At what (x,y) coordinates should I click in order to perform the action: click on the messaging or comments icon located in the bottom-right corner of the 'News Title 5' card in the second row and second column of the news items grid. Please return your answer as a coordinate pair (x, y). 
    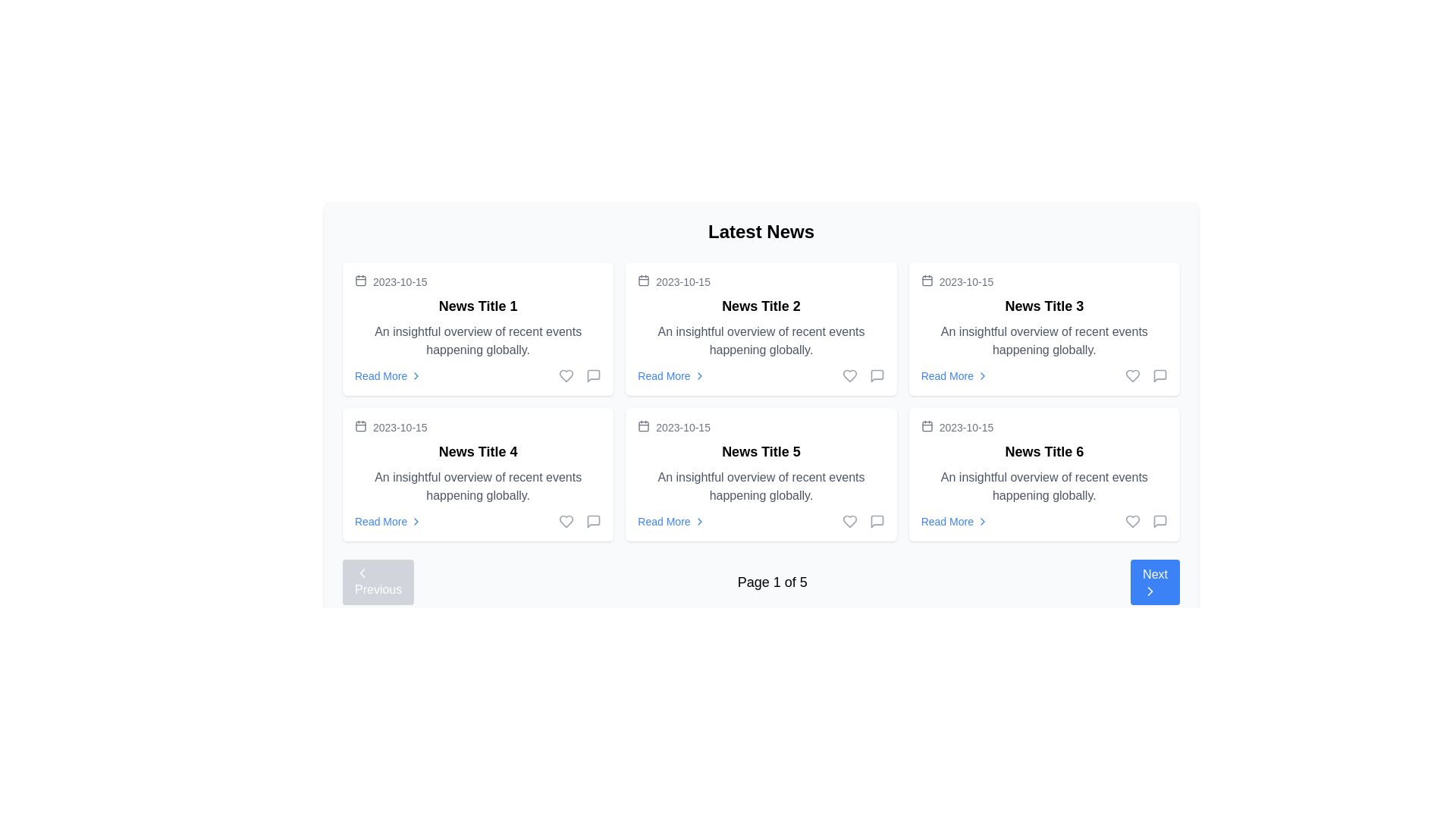
    Looking at the image, I should click on (877, 520).